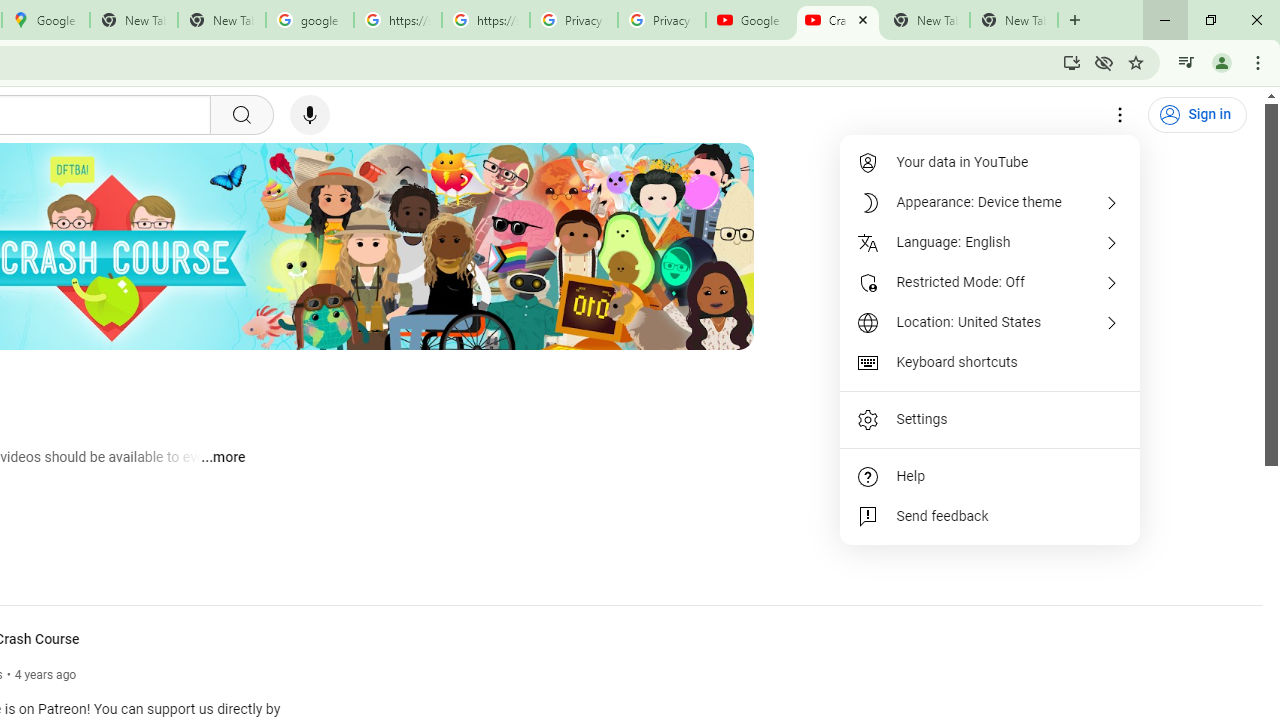 The width and height of the screenshot is (1280, 720). What do you see at coordinates (1071, 61) in the screenshot?
I see `'Install YouTube'` at bounding box center [1071, 61].